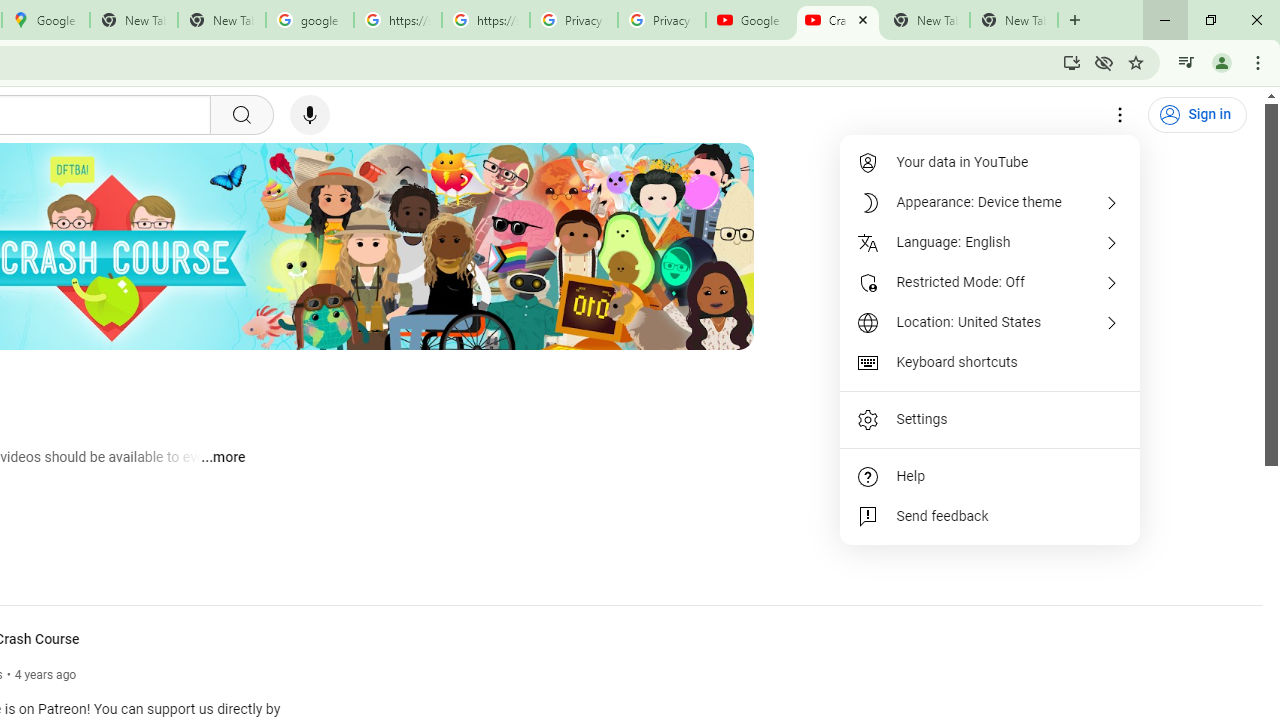 The width and height of the screenshot is (1280, 720). What do you see at coordinates (1071, 61) in the screenshot?
I see `'Install YouTube'` at bounding box center [1071, 61].